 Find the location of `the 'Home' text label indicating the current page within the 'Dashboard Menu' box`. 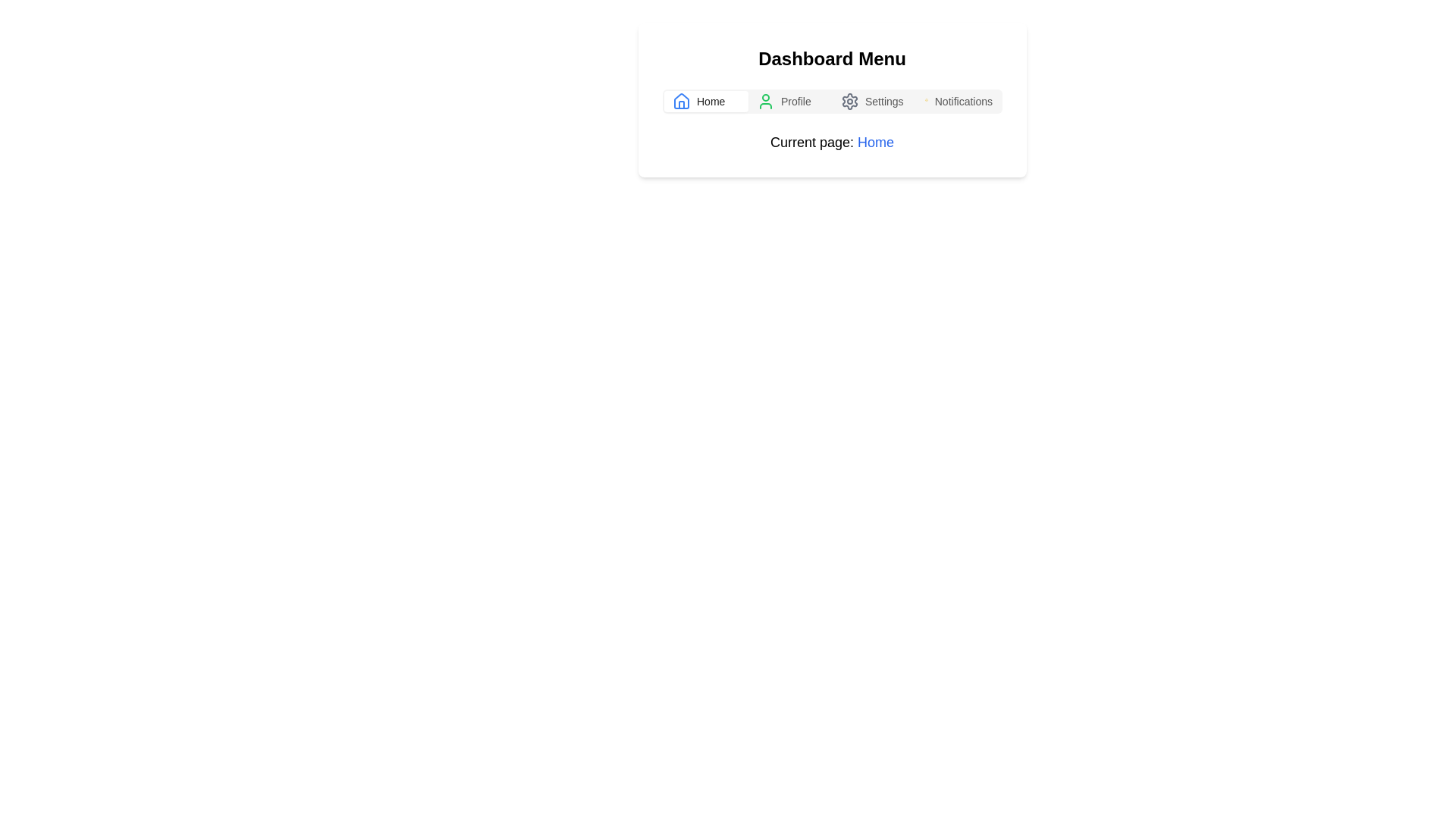

the 'Home' text label indicating the current page within the 'Dashboard Menu' box is located at coordinates (876, 143).